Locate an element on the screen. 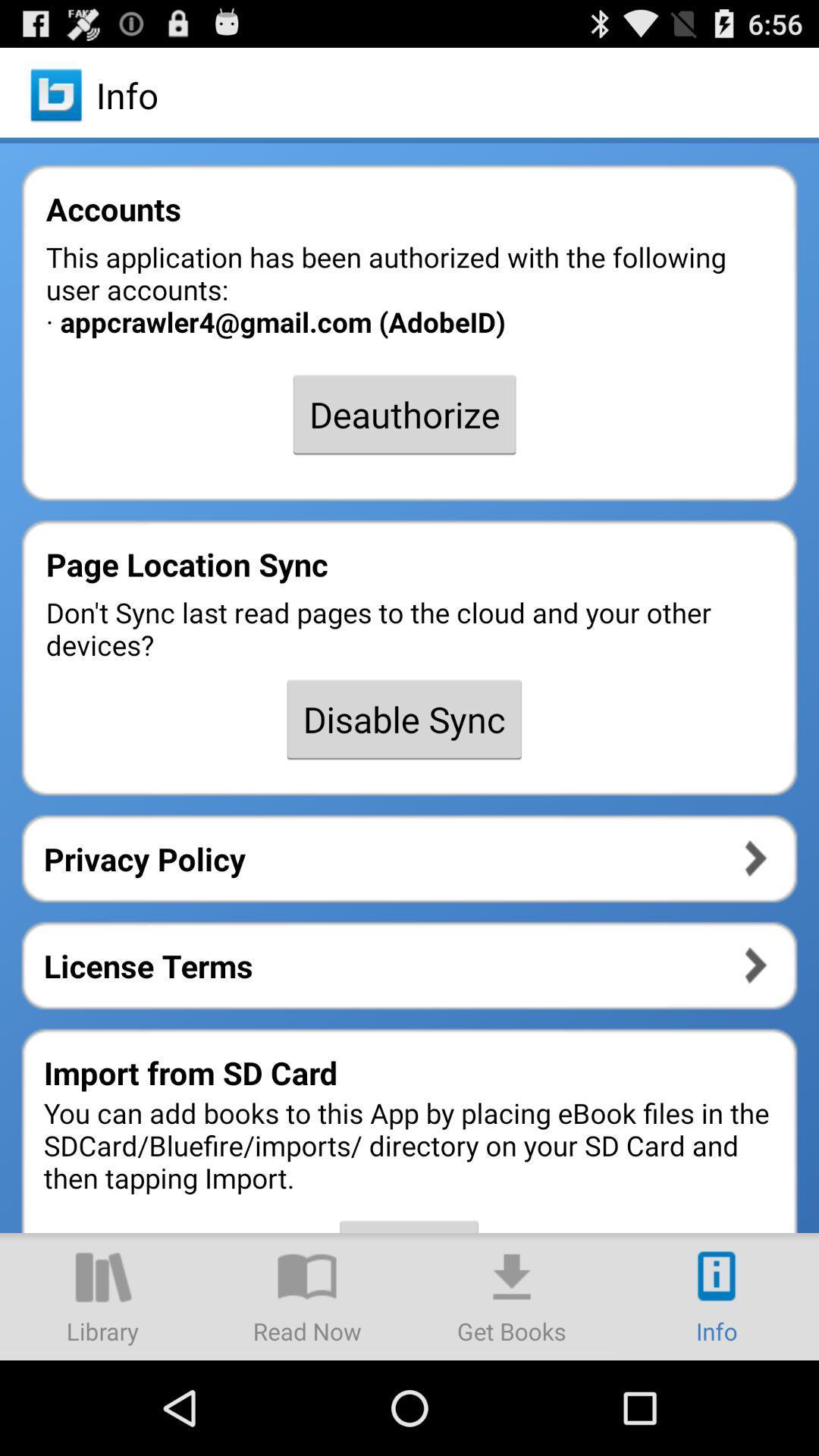 The height and width of the screenshot is (1456, 819). read article is located at coordinates (307, 1295).